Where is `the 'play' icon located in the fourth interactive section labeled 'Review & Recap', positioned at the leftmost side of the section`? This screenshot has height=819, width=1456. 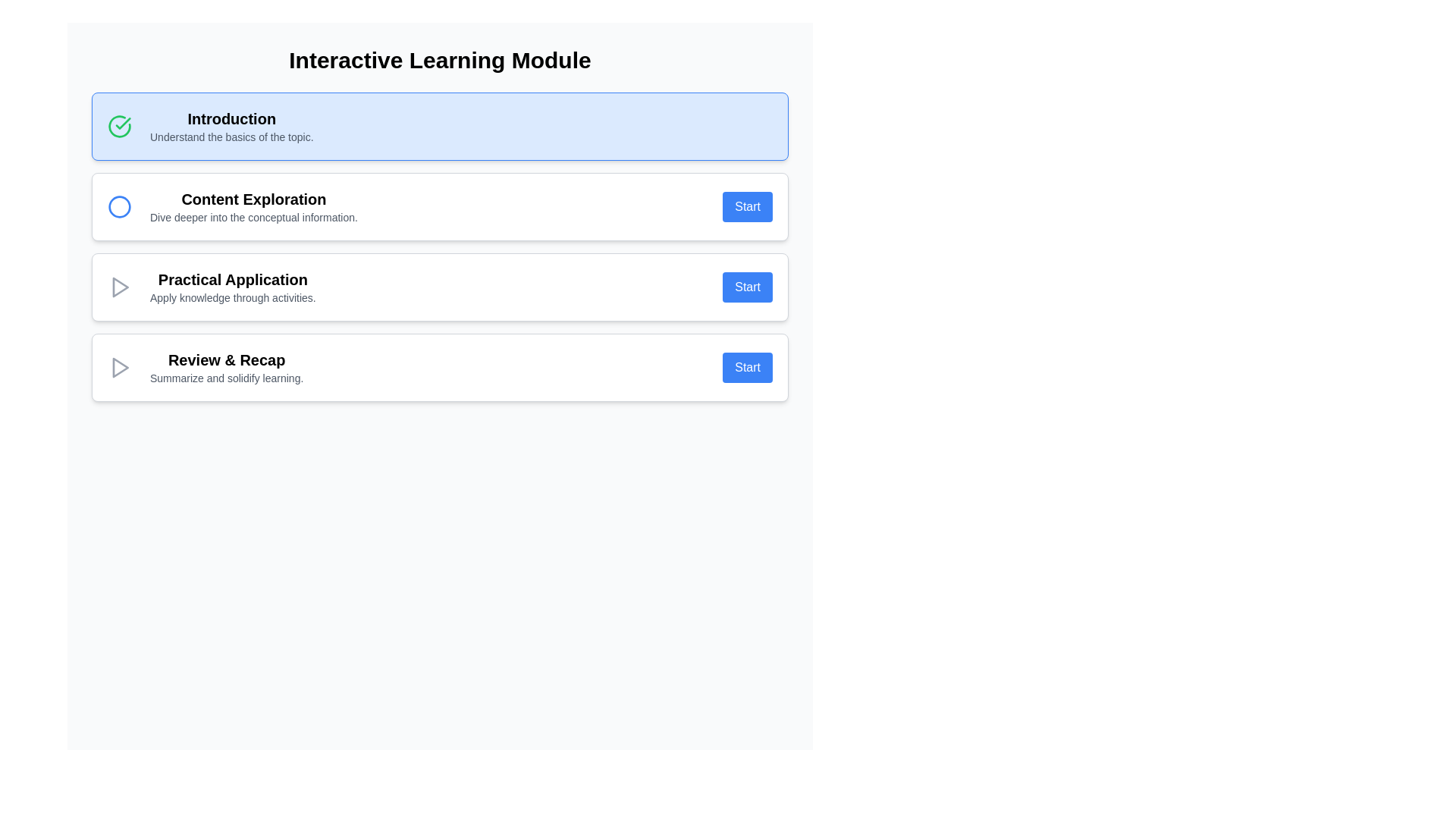
the 'play' icon located in the fourth interactive section labeled 'Review & Recap', positioned at the leftmost side of the section is located at coordinates (119, 368).